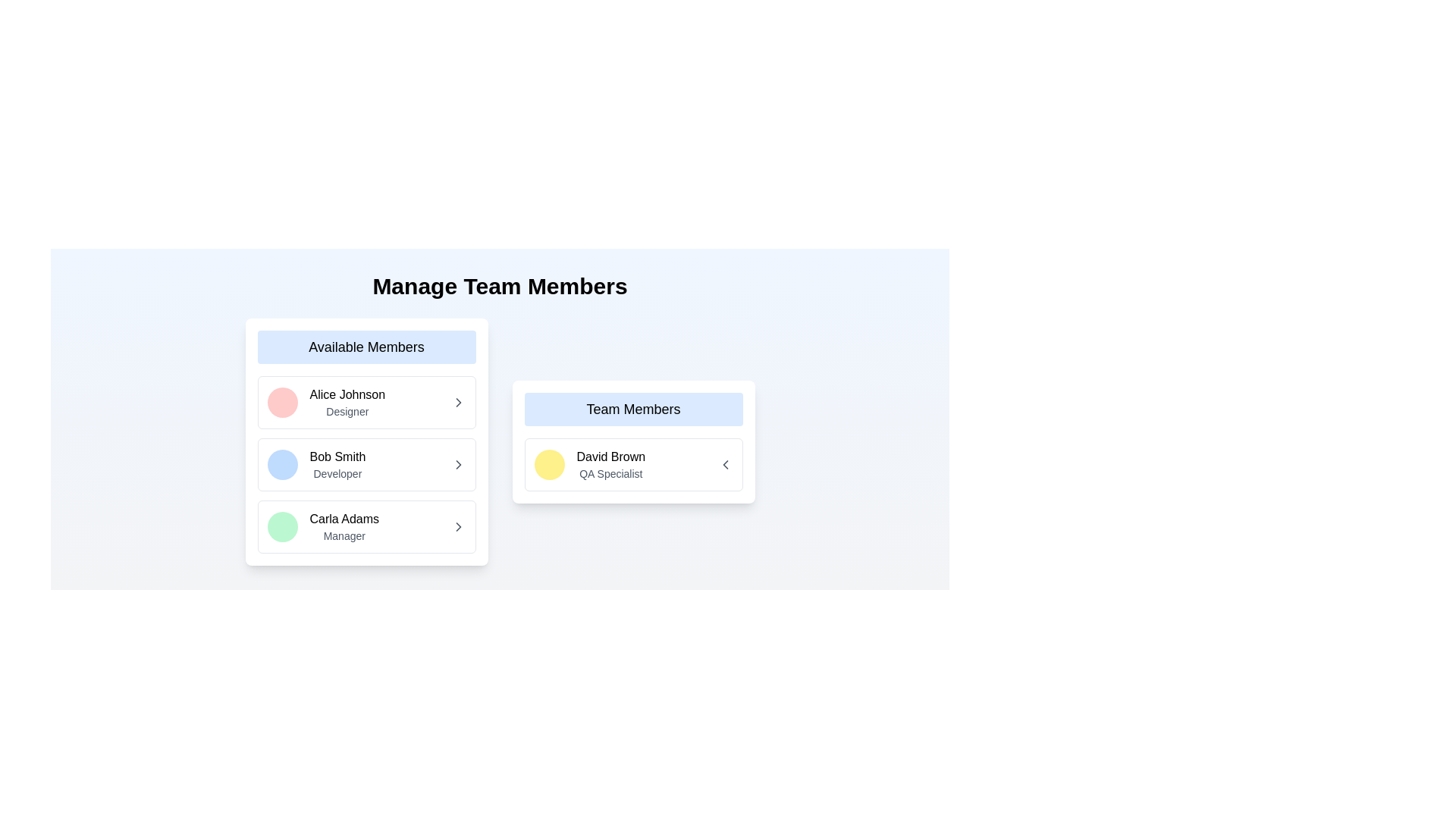 This screenshot has height=819, width=1456. Describe the element at coordinates (457, 402) in the screenshot. I see `the button with a chevron icon located in the 'Available Members' panel for 'Alice Johnson'` at that location.